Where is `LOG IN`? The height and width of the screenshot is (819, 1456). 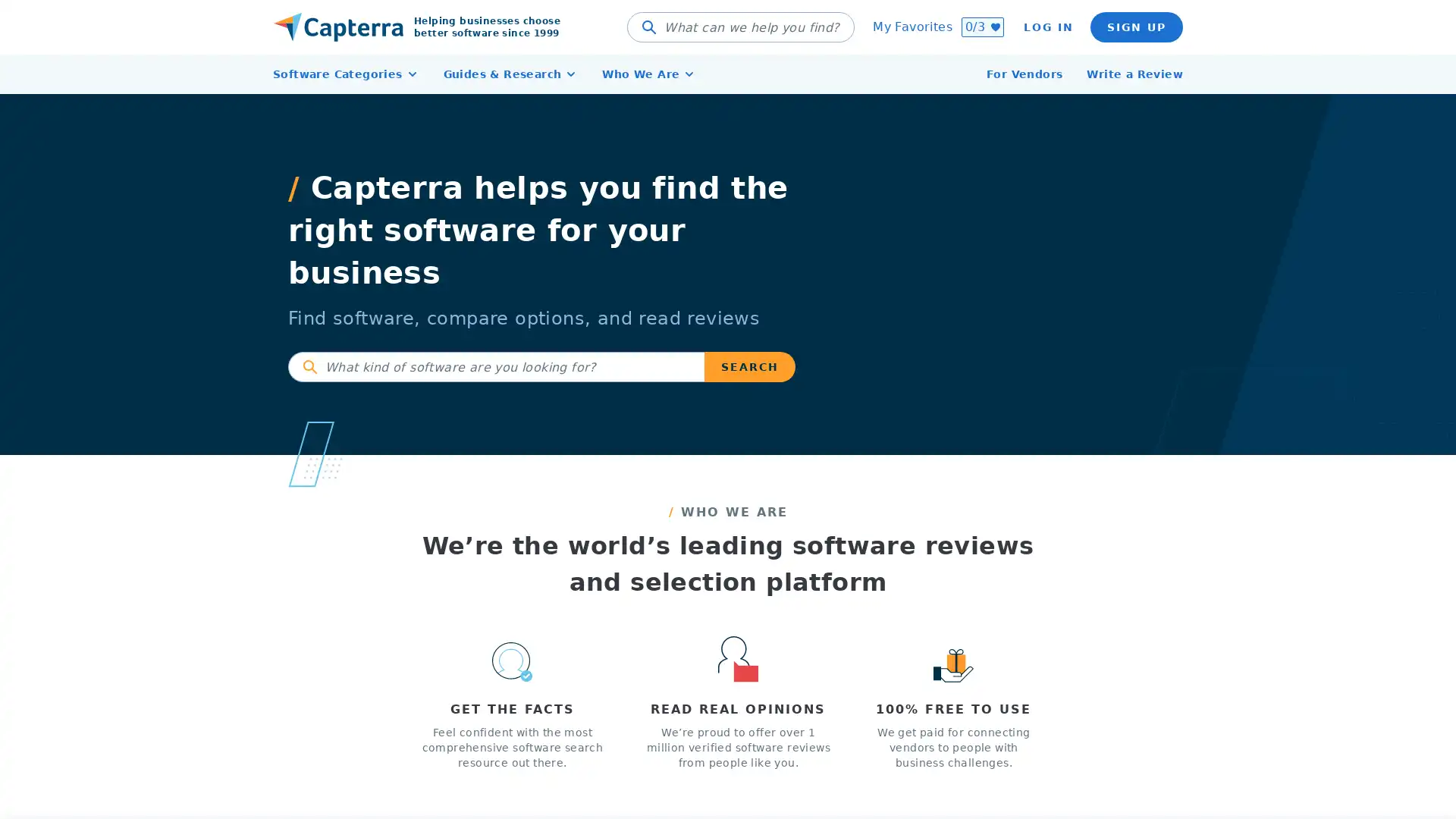 LOG IN is located at coordinates (1047, 27).